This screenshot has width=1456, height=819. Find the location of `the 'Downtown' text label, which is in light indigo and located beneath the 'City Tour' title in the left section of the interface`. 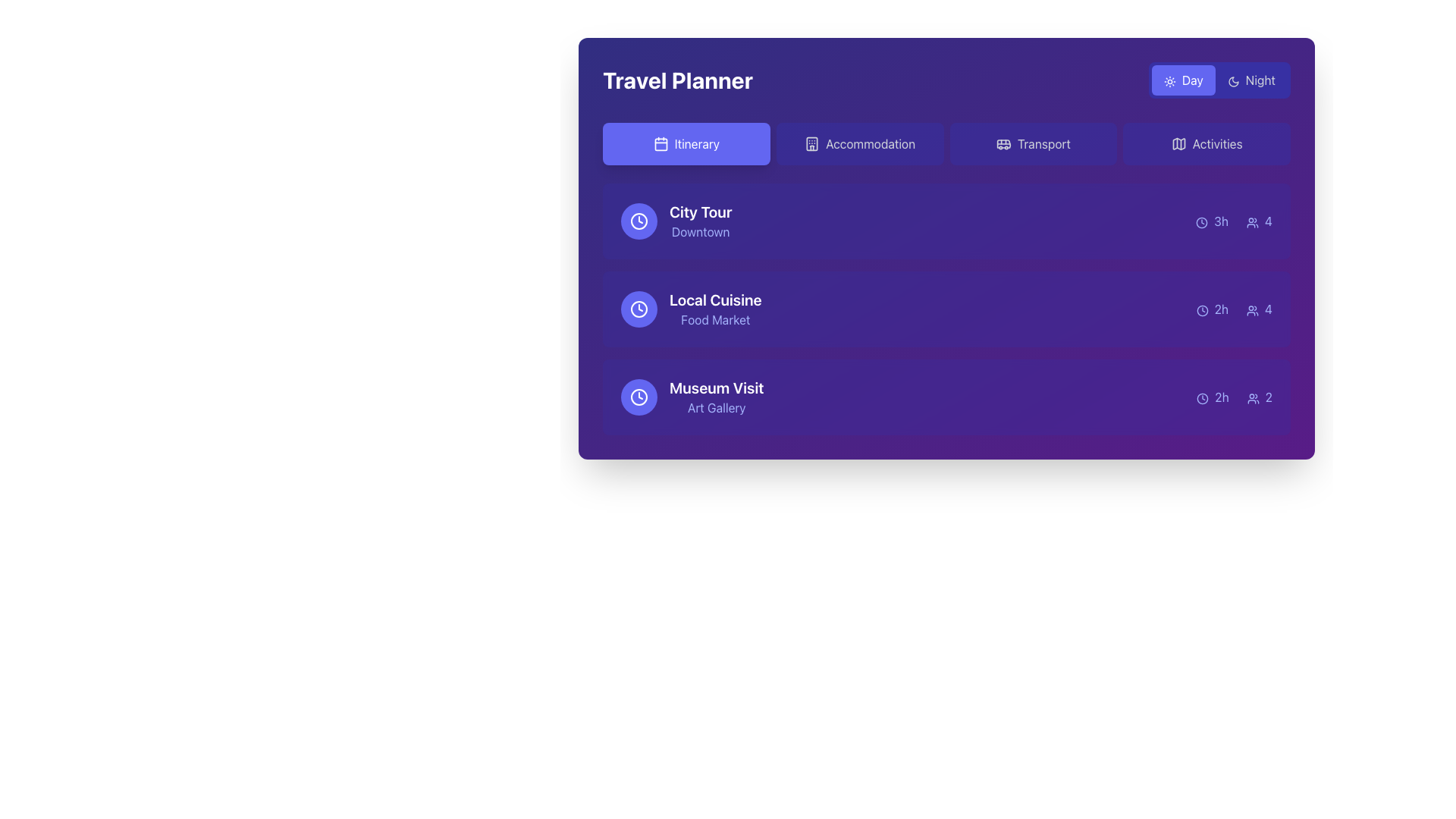

the 'Downtown' text label, which is in light indigo and located beneath the 'City Tour' title in the left section of the interface is located at coordinates (700, 231).